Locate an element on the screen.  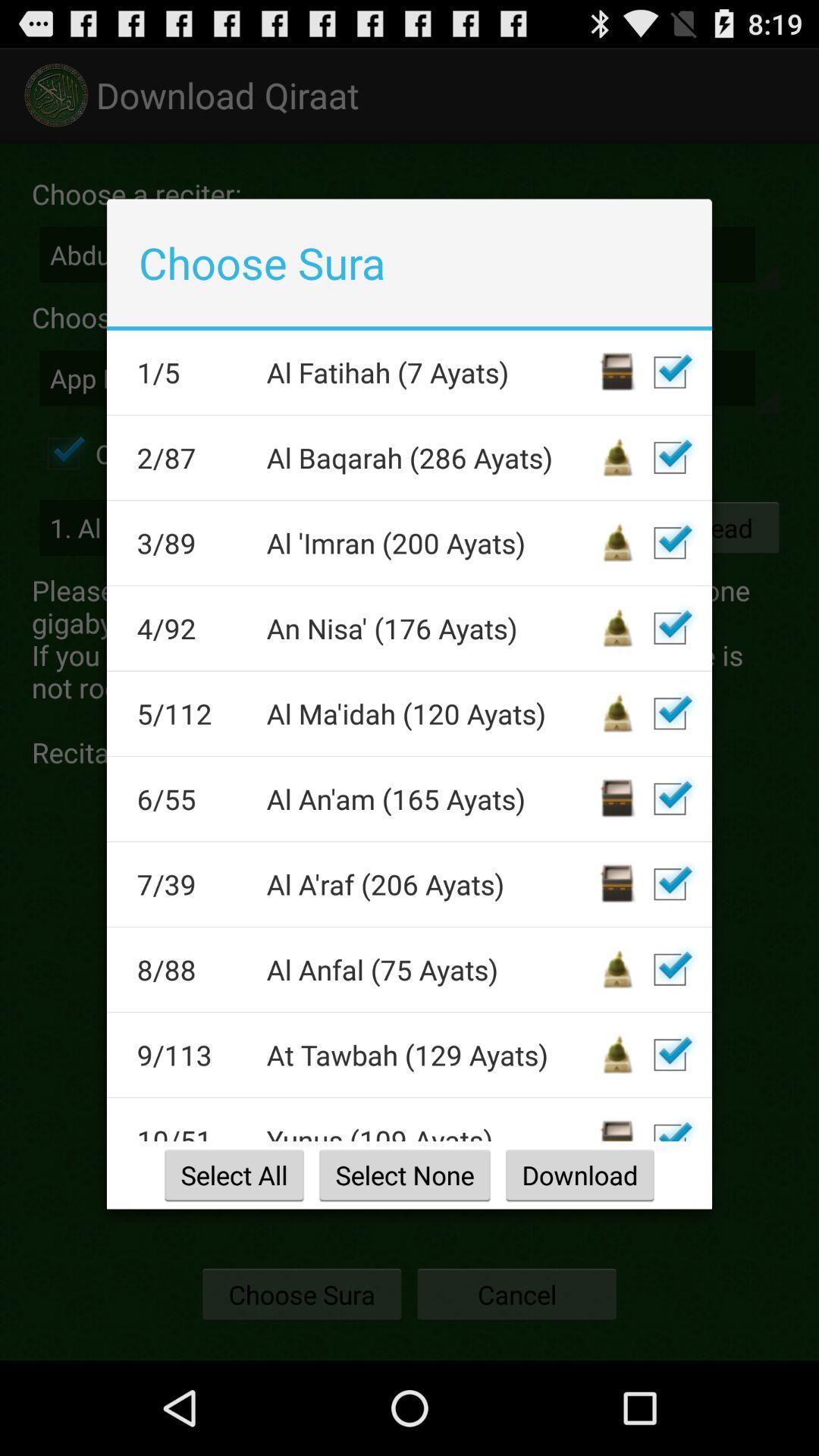
unselect checkbox is located at coordinates (669, 968).